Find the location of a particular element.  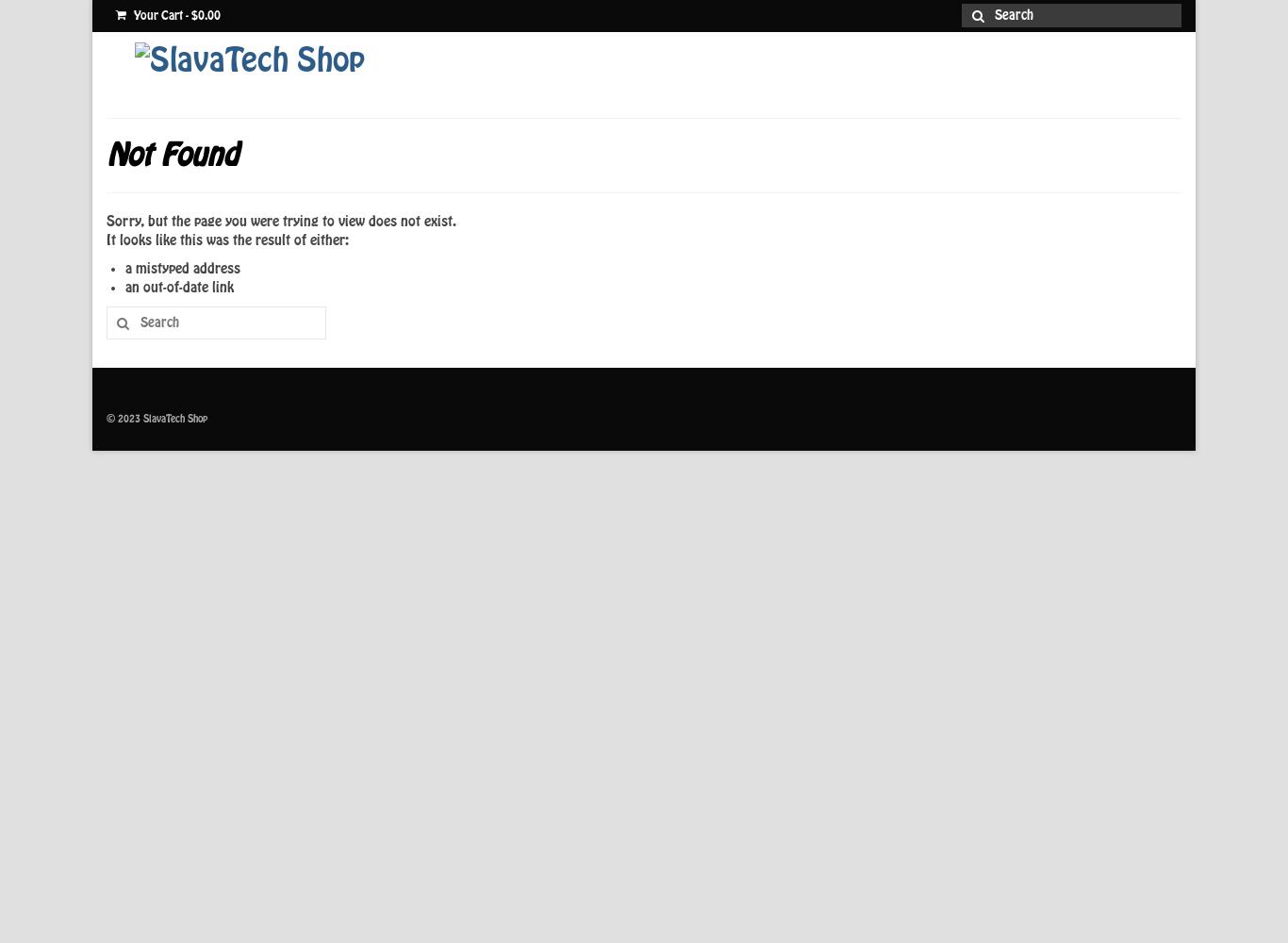

'It looks like this was the result of either:' is located at coordinates (227, 240).